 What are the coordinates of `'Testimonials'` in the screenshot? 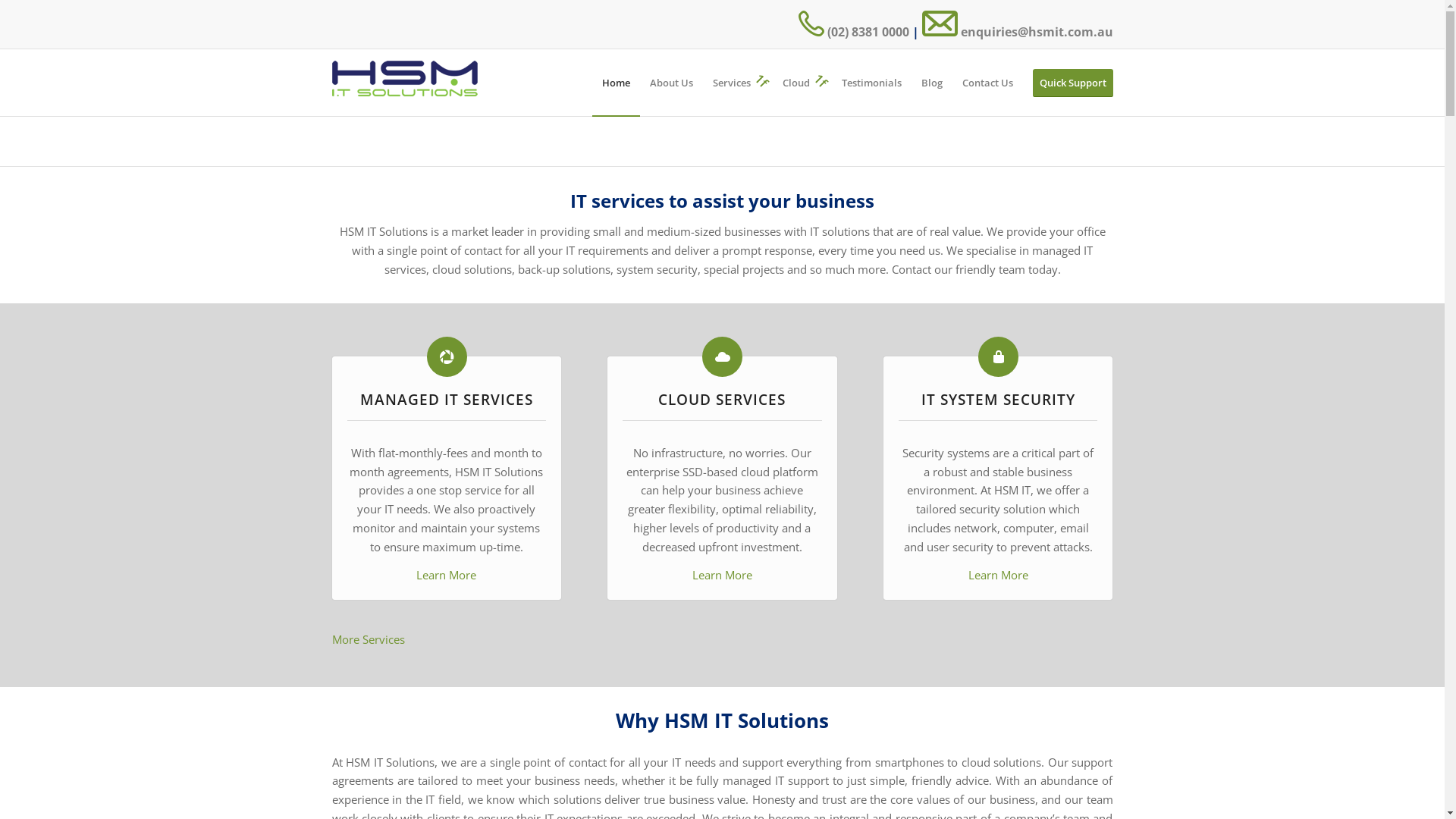 It's located at (871, 82).